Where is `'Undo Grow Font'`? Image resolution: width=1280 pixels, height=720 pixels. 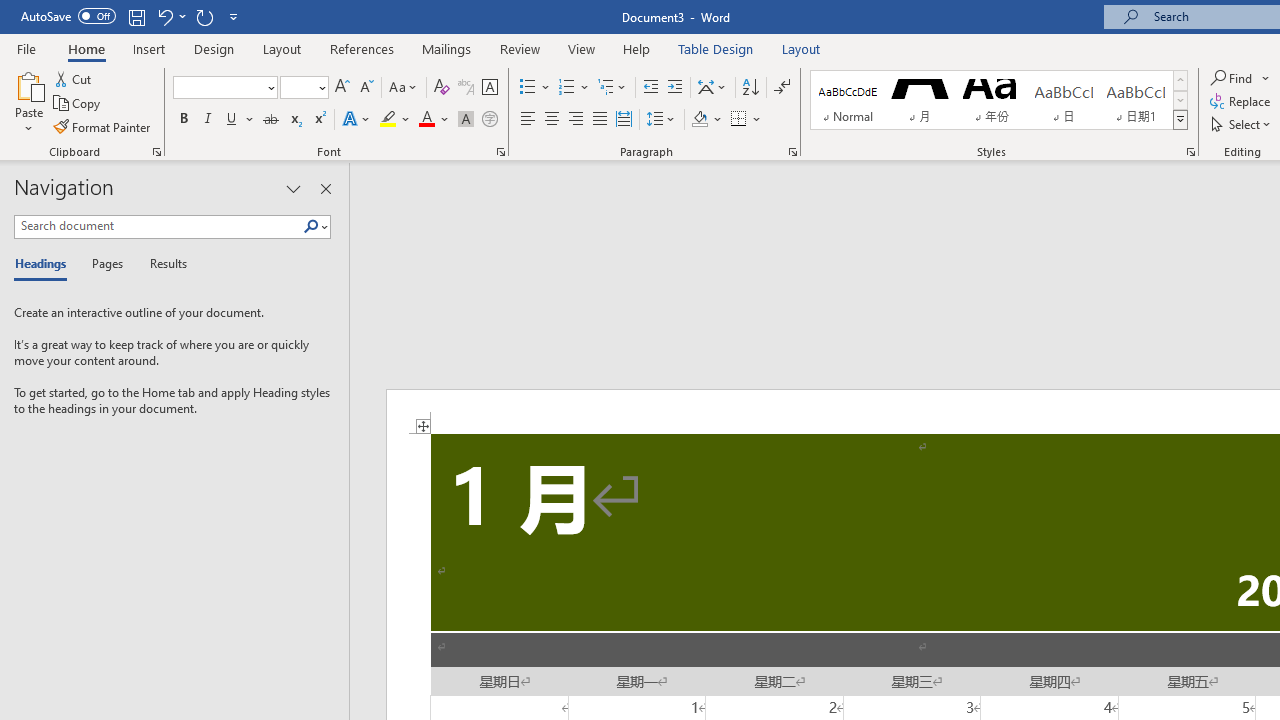 'Undo Grow Font' is located at coordinates (164, 16).